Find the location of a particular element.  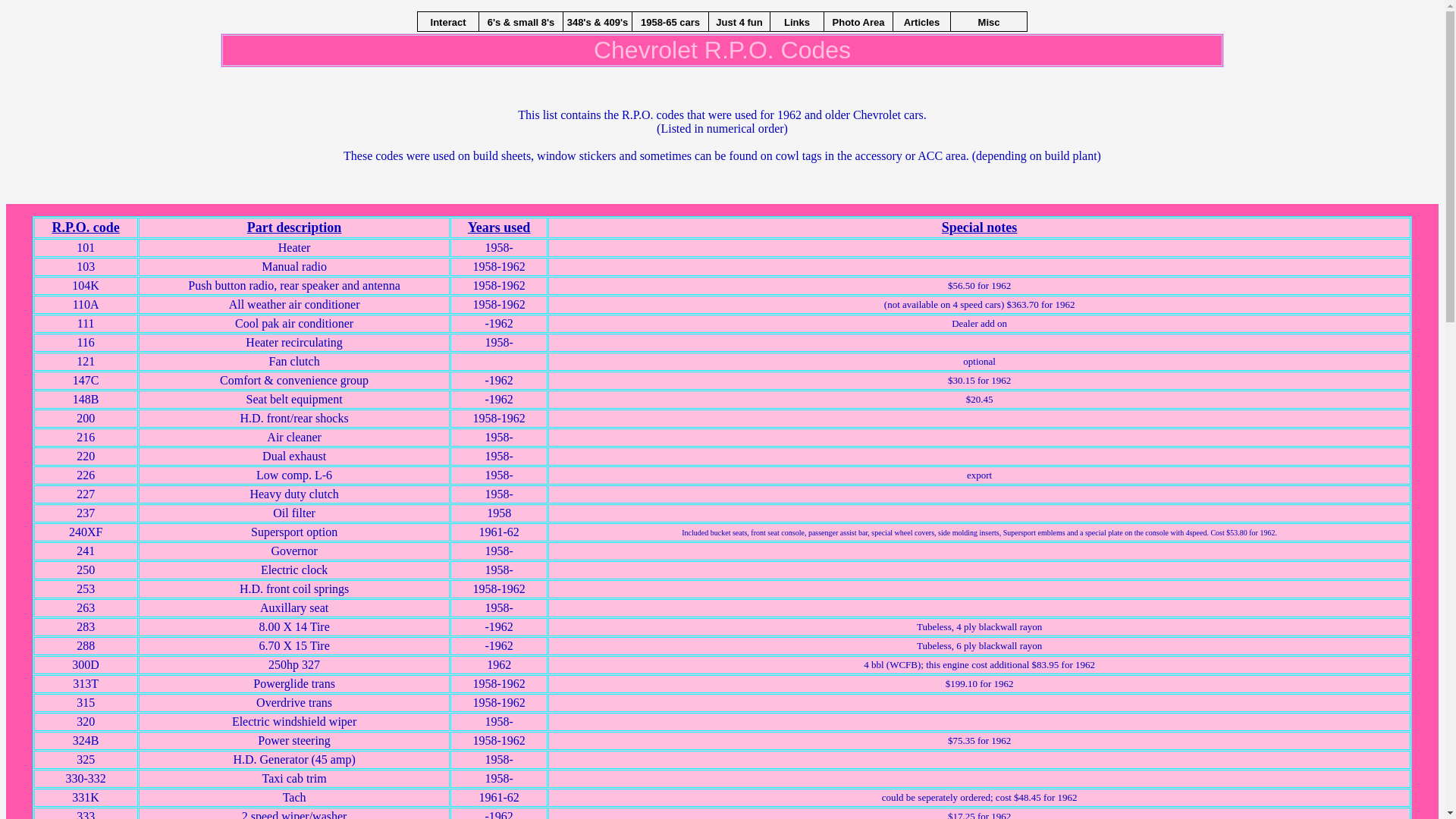

'Just 4 fun' is located at coordinates (708, 21).